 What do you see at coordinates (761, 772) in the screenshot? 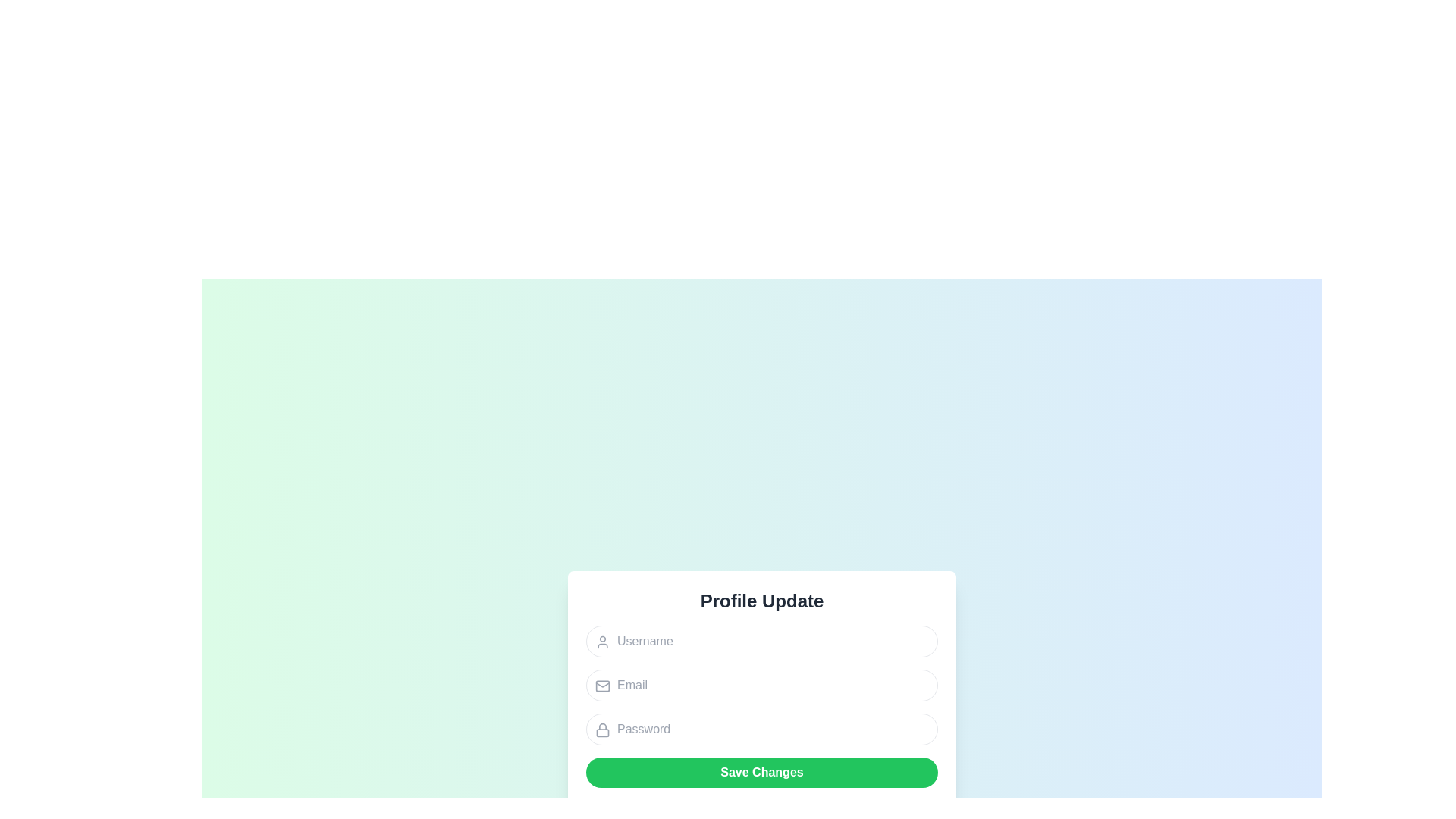
I see `the rounded green button labeled 'Save Changes' to observe its hover effect` at bounding box center [761, 772].